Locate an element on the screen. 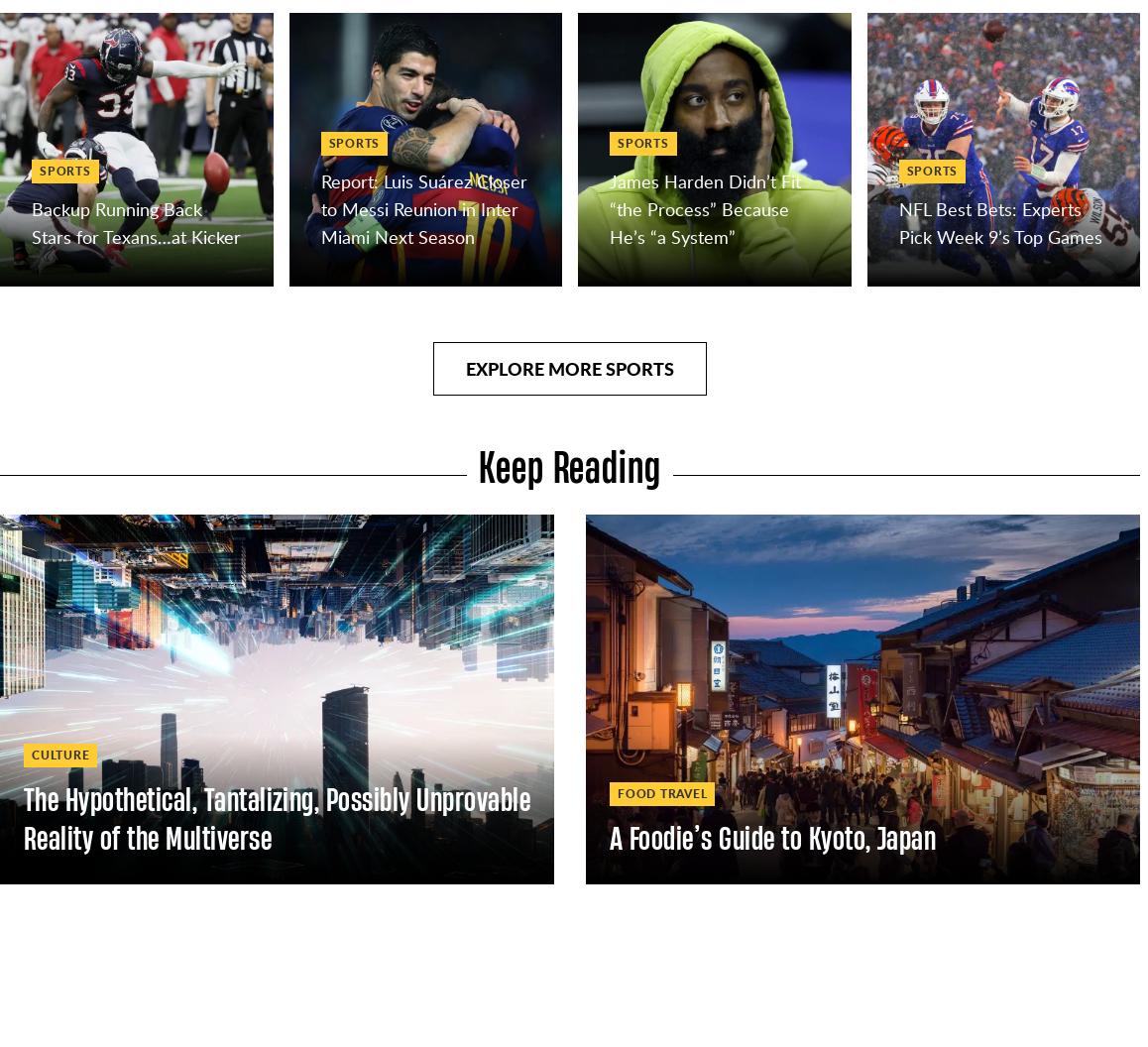 The height and width of the screenshot is (1047, 1148). 'Culture' is located at coordinates (30, 753).